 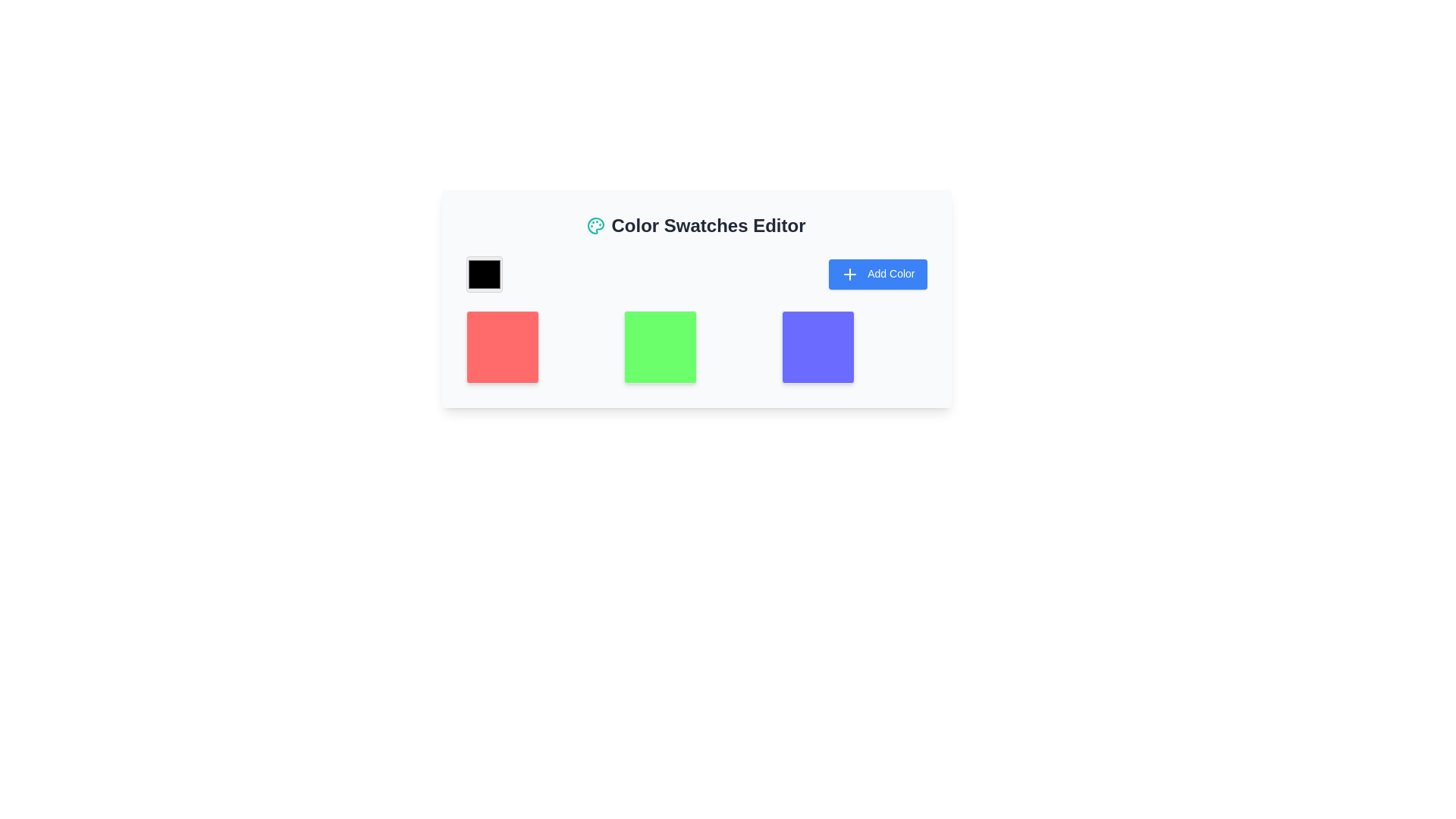 What do you see at coordinates (538, 347) in the screenshot?
I see `the first square color swatch in the horizontal row` at bounding box center [538, 347].